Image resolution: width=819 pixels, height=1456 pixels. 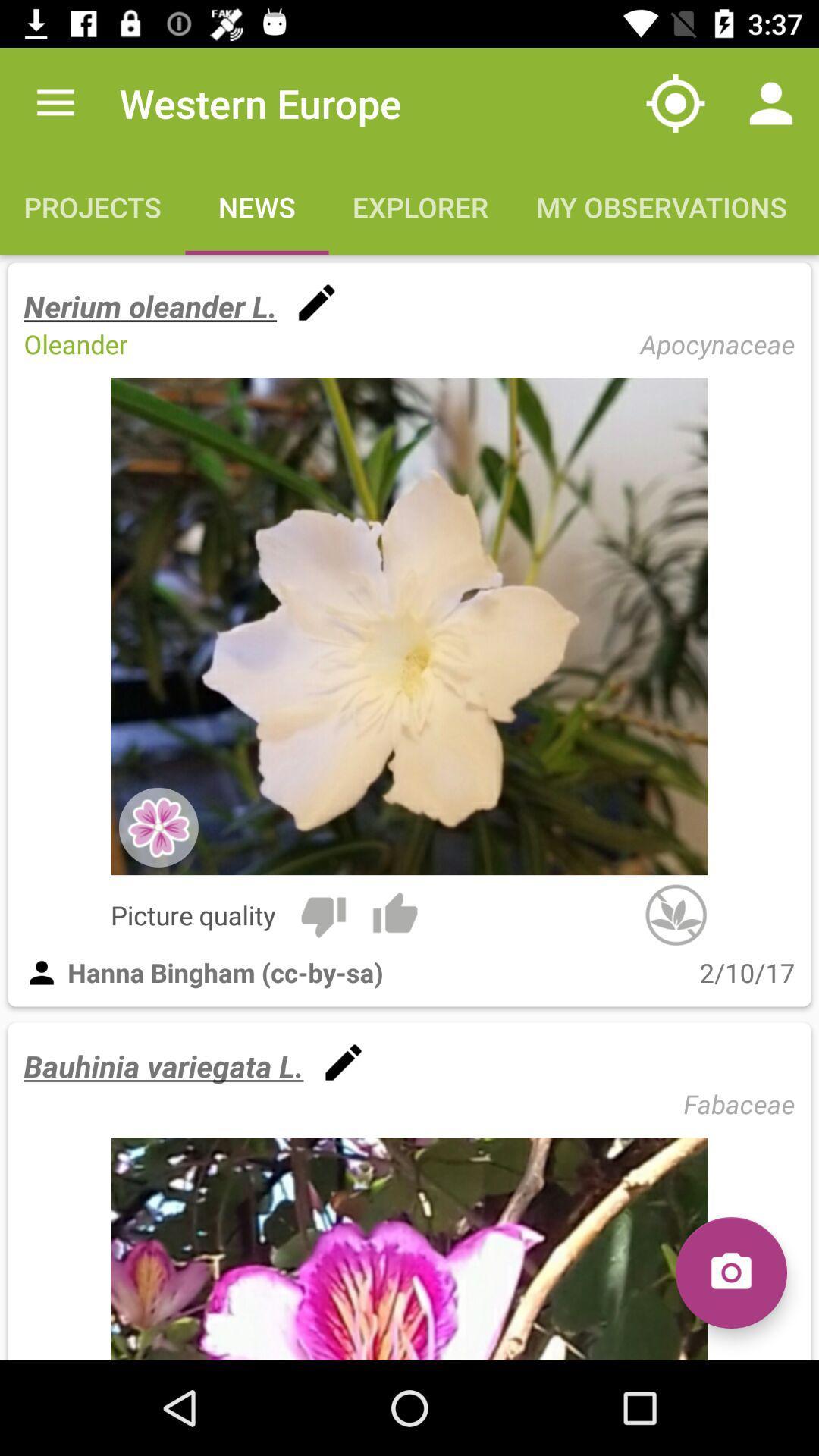 I want to click on the item to the right of picture quality, so click(x=322, y=914).